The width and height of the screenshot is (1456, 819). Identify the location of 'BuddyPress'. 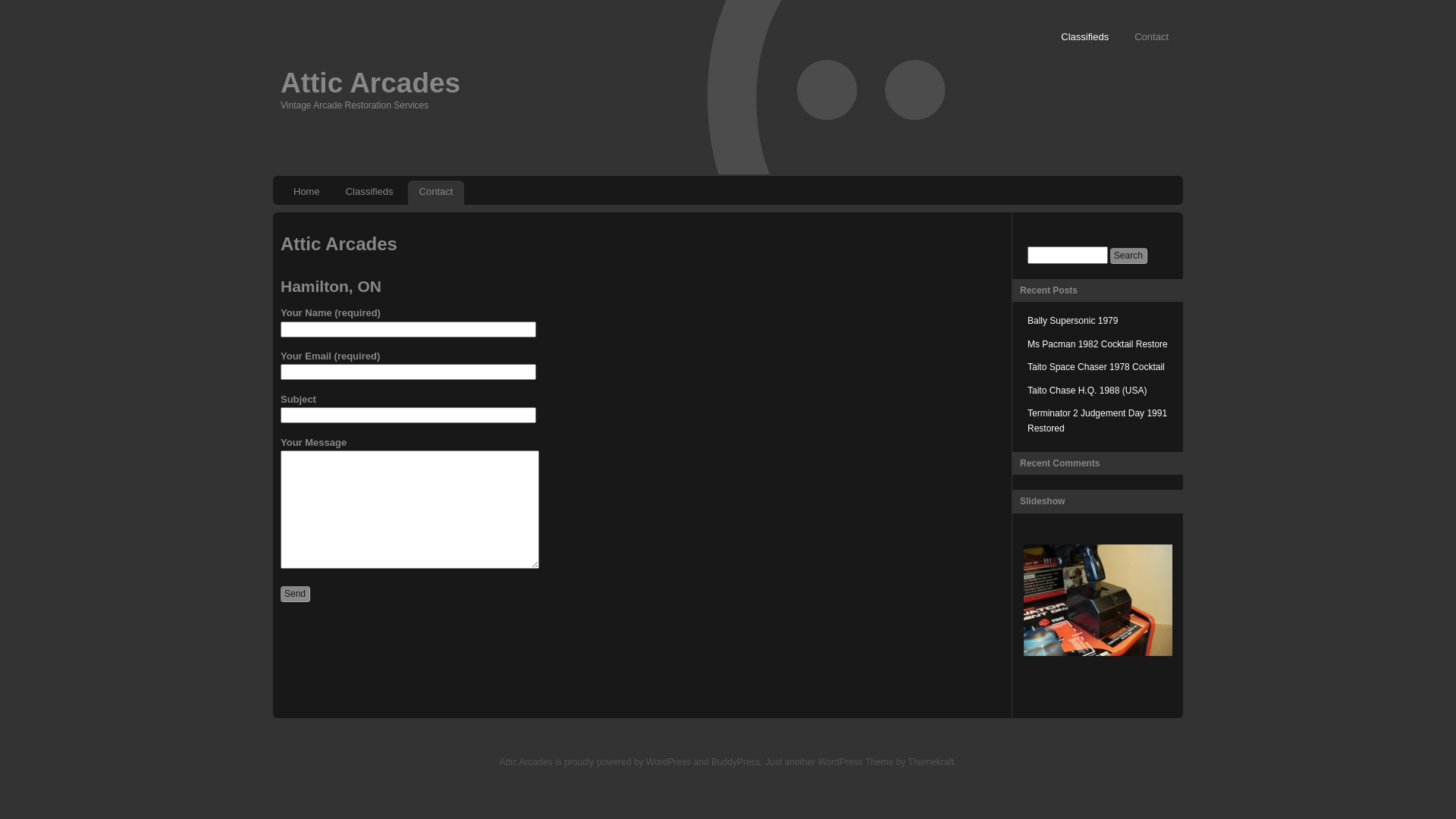
(710, 762).